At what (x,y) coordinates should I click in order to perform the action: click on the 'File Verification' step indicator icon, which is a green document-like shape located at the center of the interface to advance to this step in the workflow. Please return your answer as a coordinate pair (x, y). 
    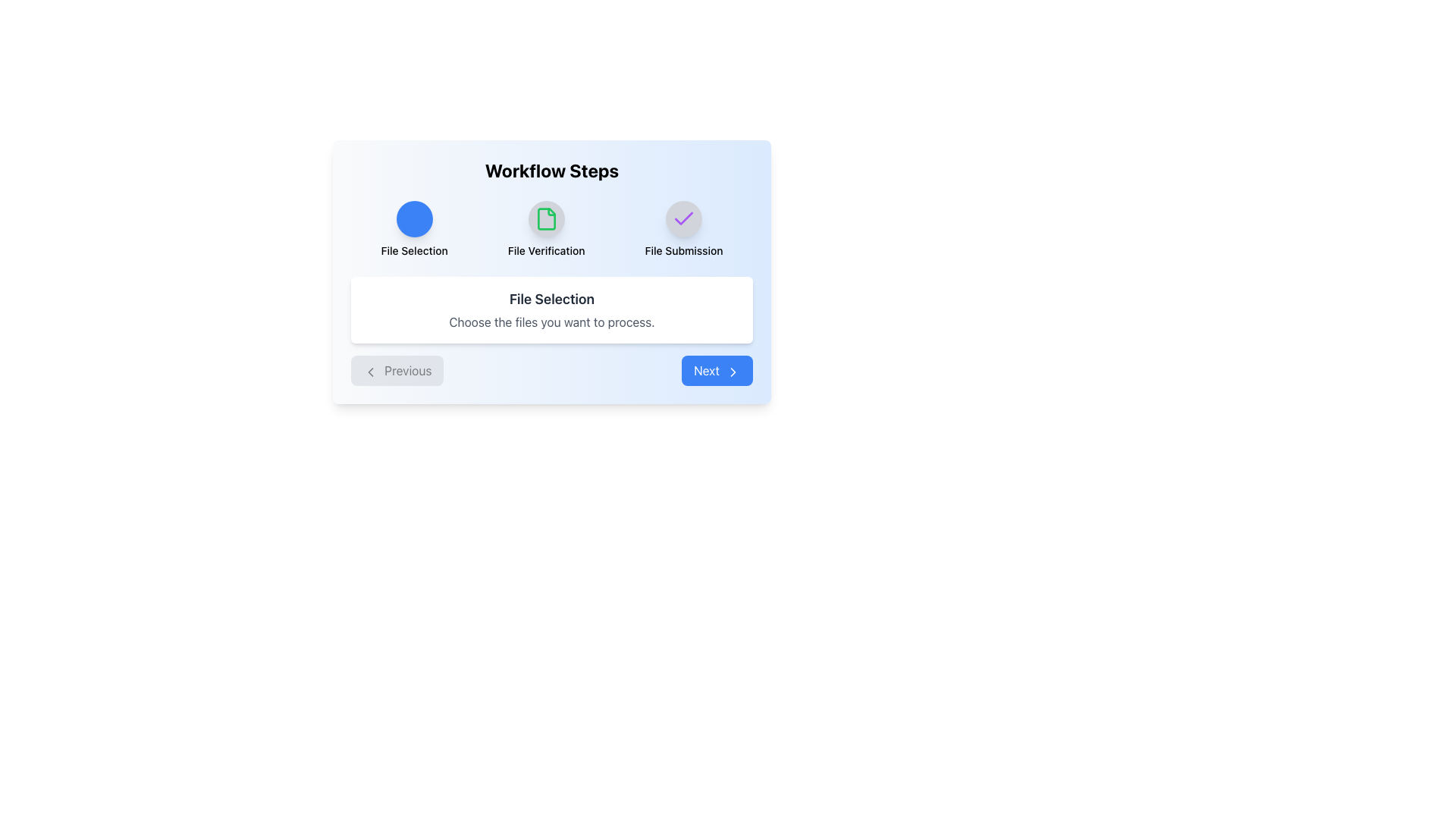
    Looking at the image, I should click on (546, 219).